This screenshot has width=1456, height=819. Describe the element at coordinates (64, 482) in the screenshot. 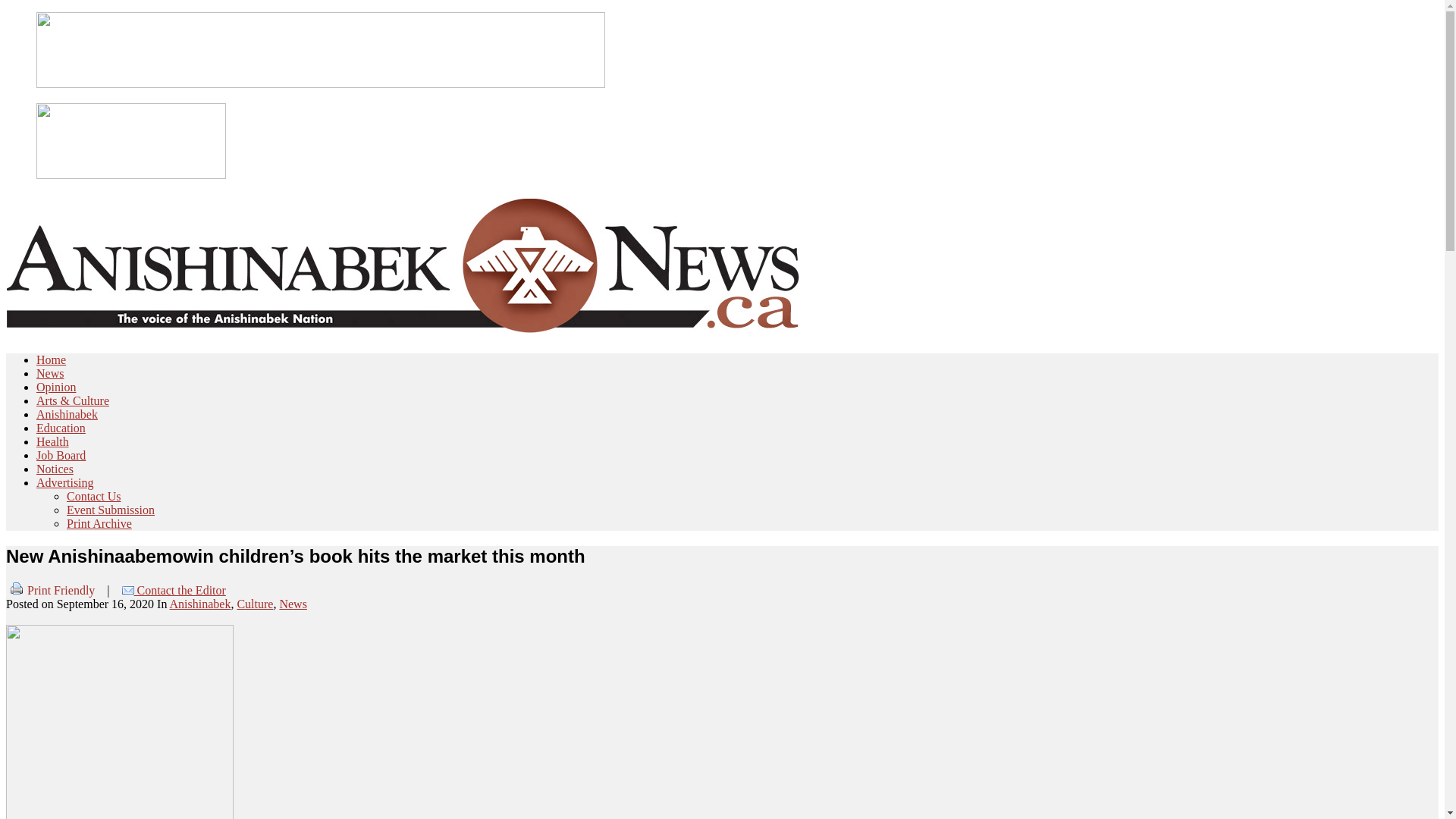

I see `'Advertising'` at that location.